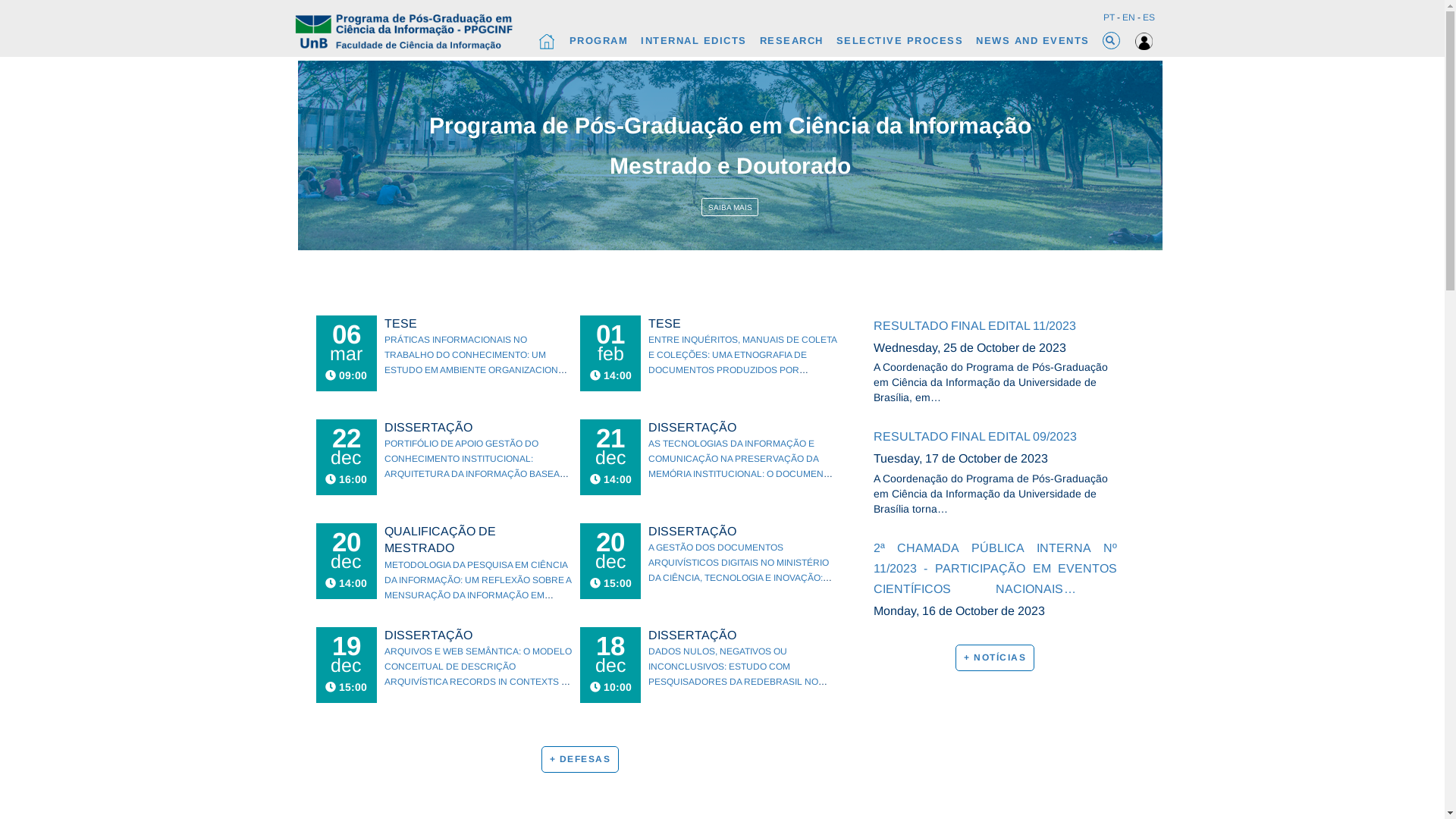 Image resolution: width=1456 pixels, height=819 pixels. Describe the element at coordinates (899, 39) in the screenshot. I see `'SELECTIVE PROCESS'` at that location.